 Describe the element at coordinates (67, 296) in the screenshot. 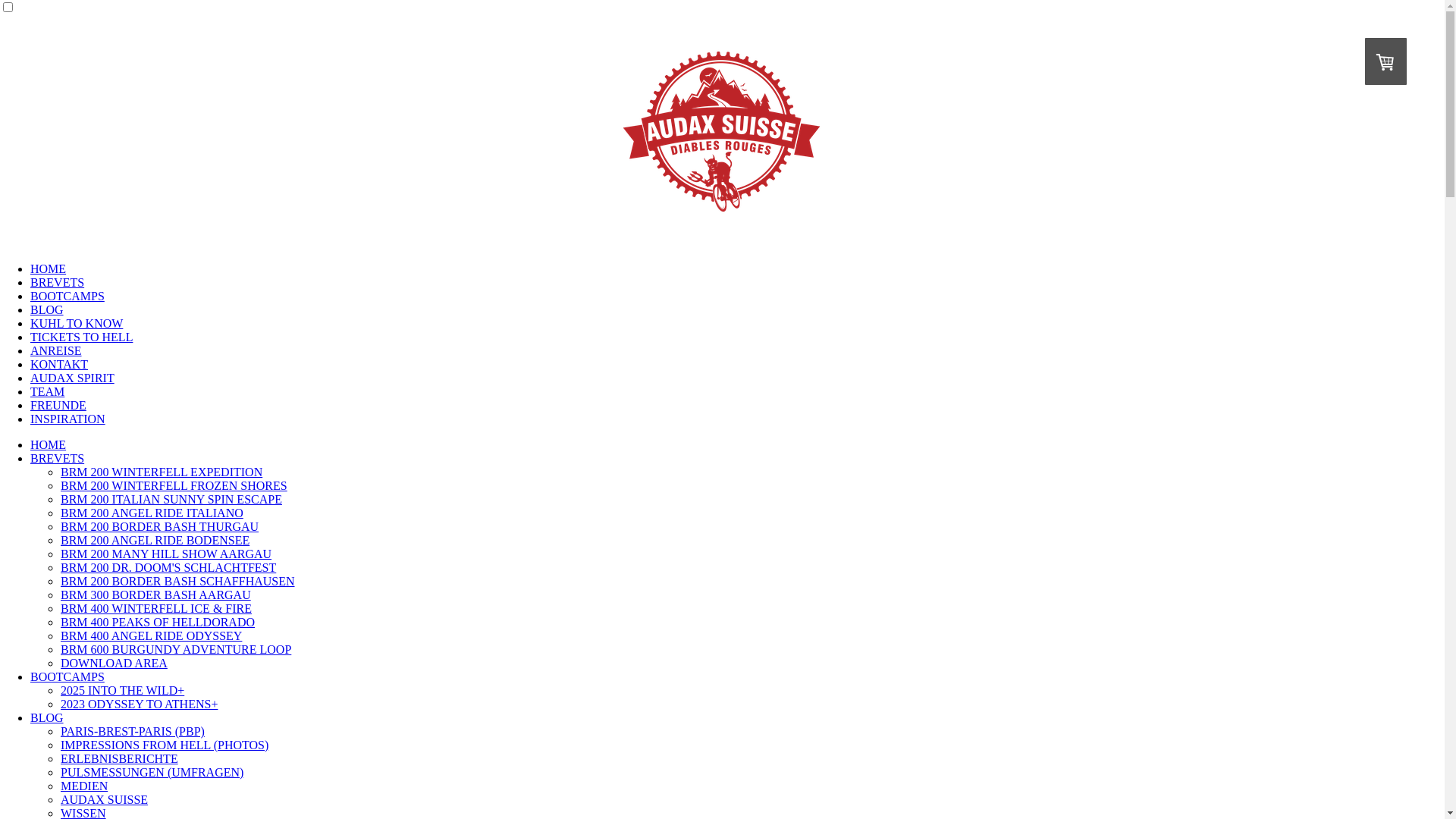

I see `'BOOTCAMPS'` at that location.